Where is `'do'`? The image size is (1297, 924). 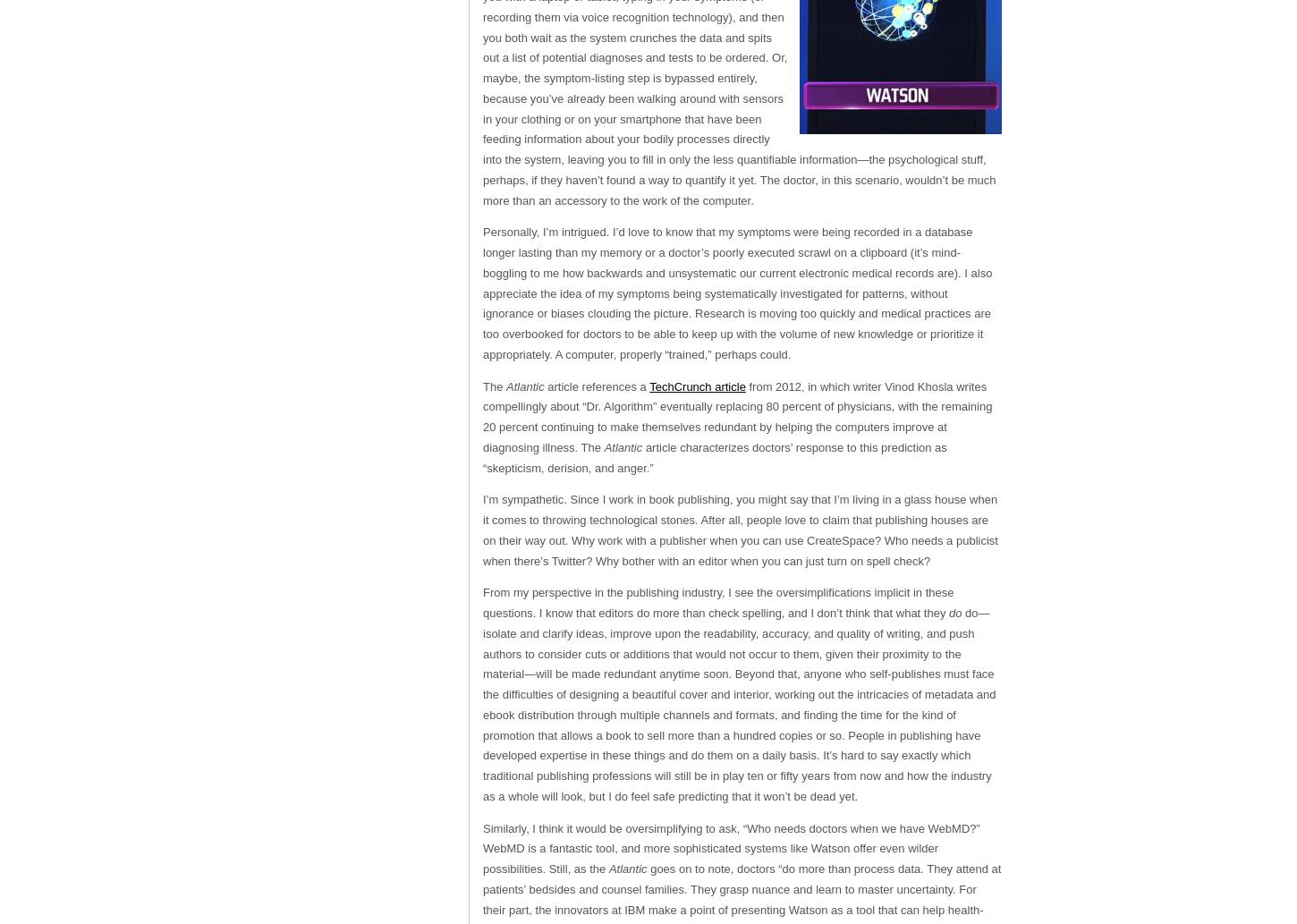 'do' is located at coordinates (956, 612).